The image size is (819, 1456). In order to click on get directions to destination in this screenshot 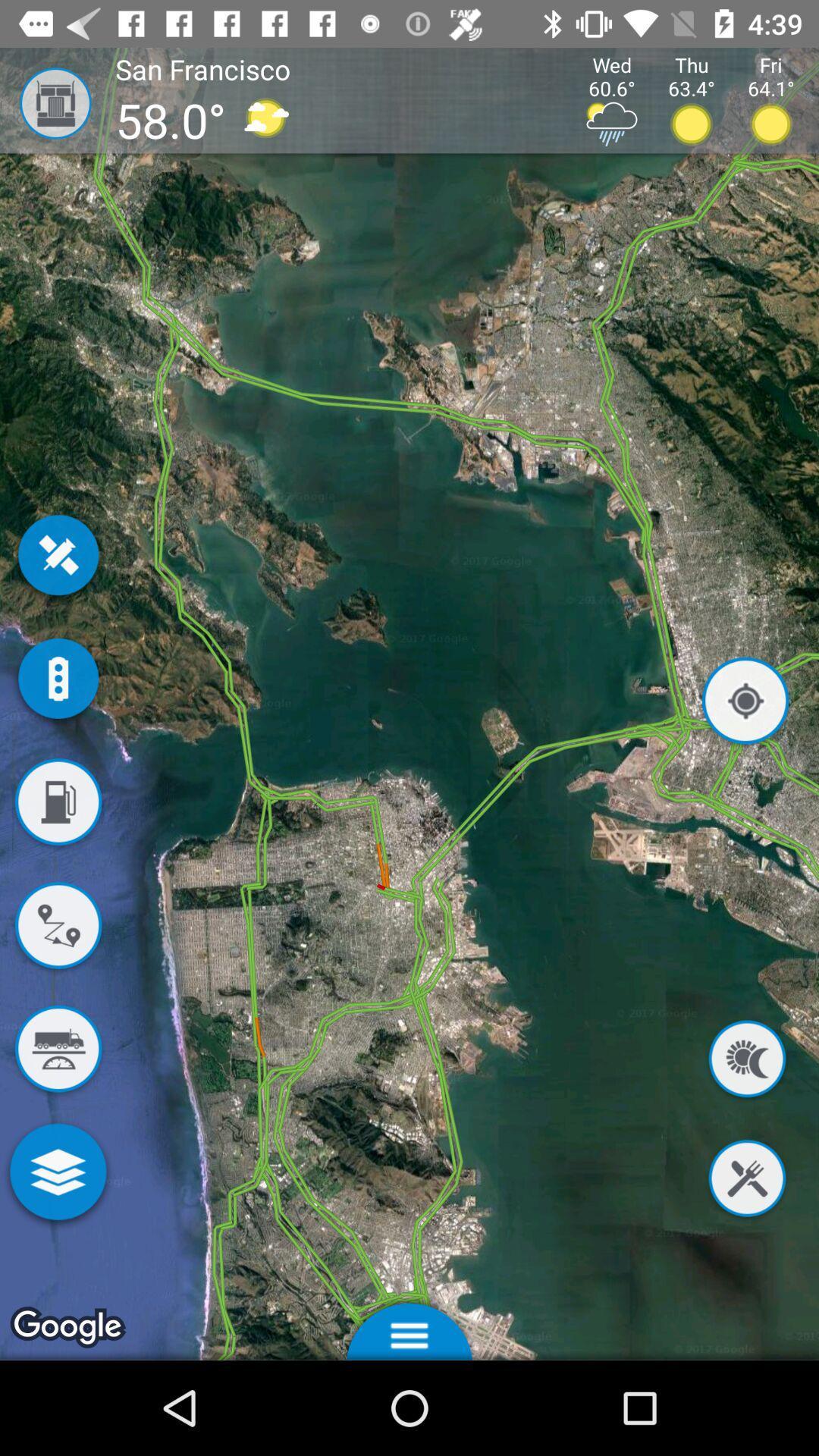, I will do `click(57, 927)`.